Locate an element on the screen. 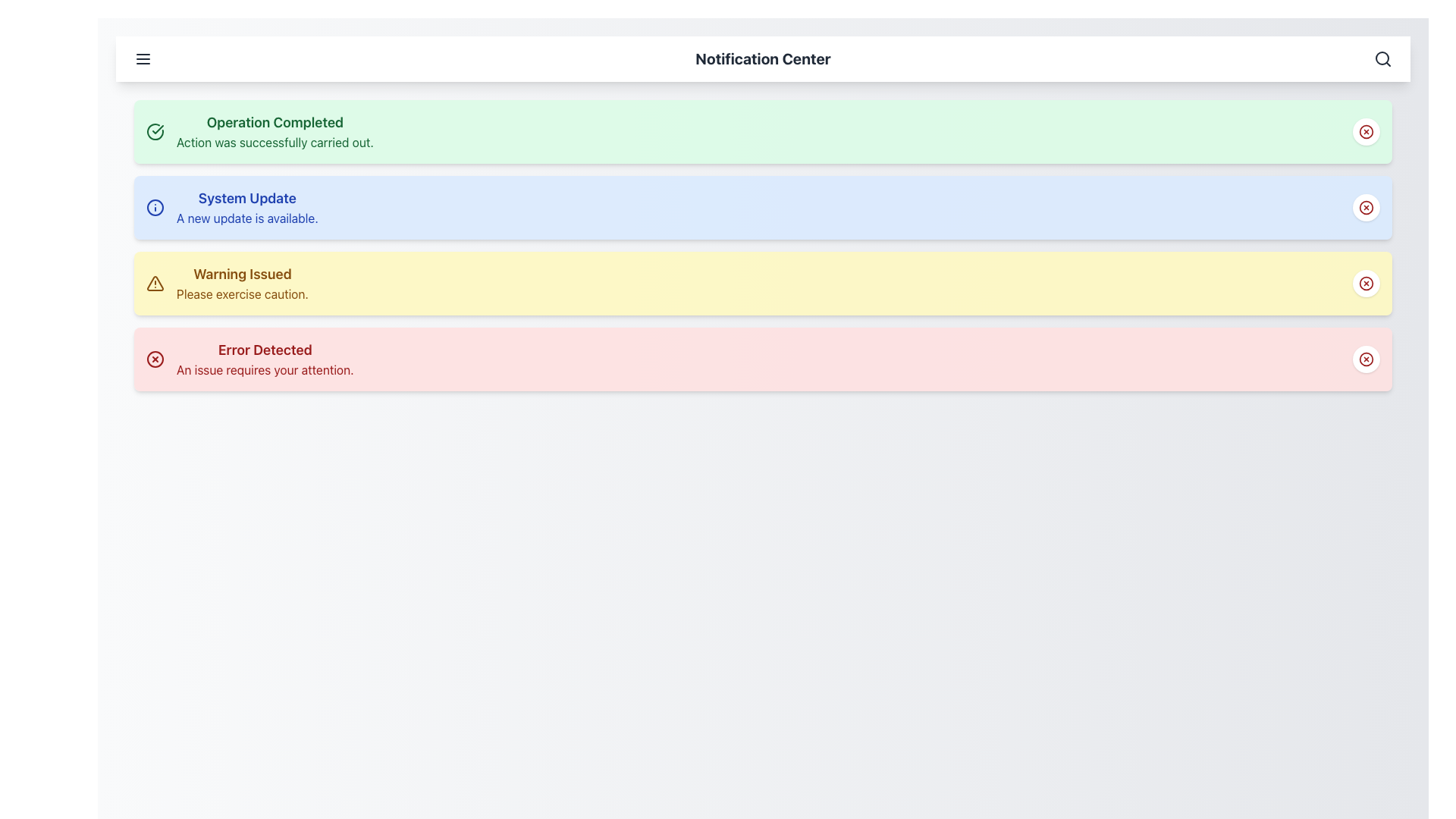 The image size is (1456, 819). the text label displaying the message 'A new update is available.' which is positioned under the title 'System Update' within the blue notification card is located at coordinates (247, 218).